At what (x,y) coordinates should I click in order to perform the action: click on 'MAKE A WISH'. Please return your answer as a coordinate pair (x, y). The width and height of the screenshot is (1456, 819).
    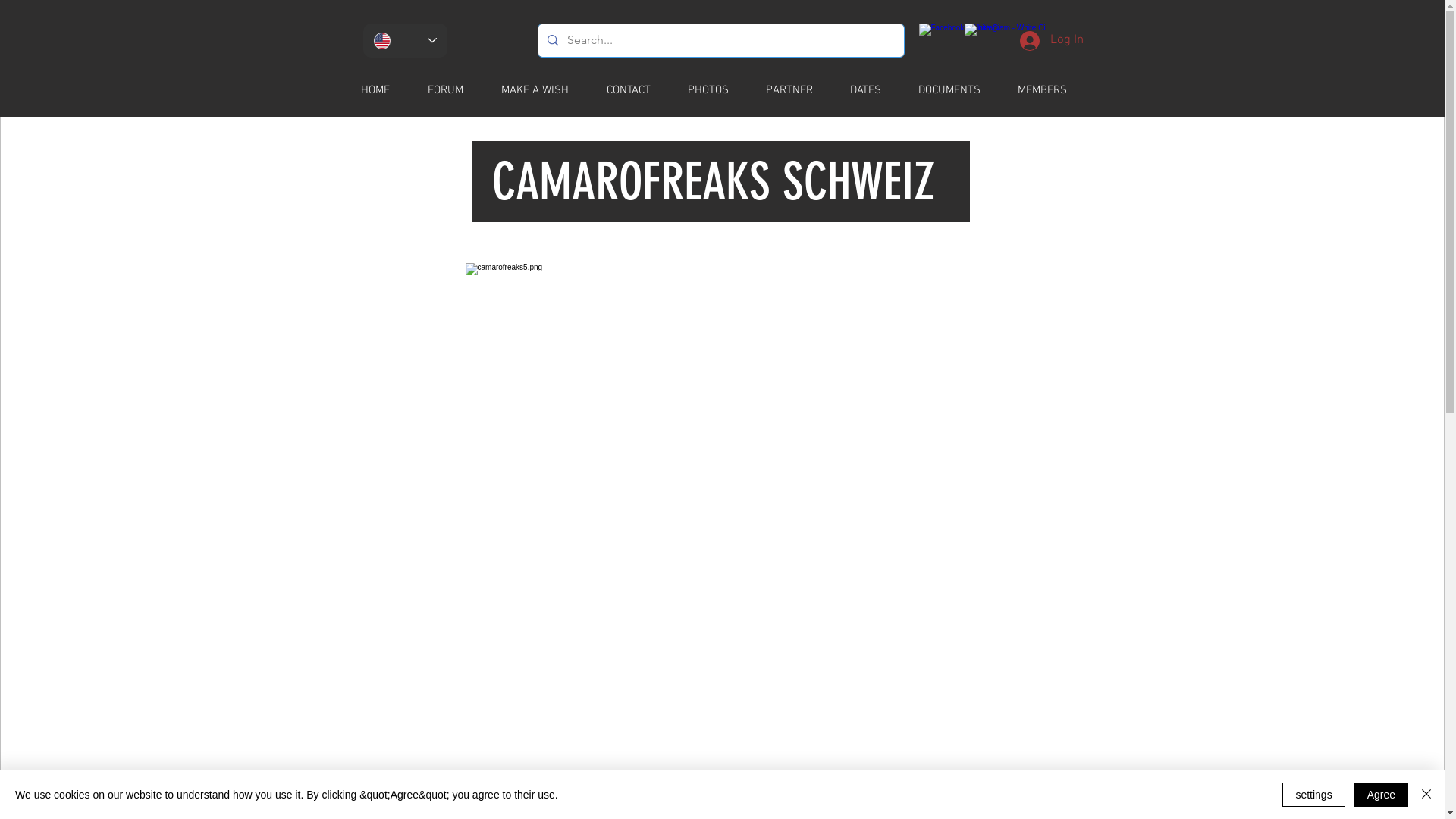
    Looking at the image, I should click on (544, 90).